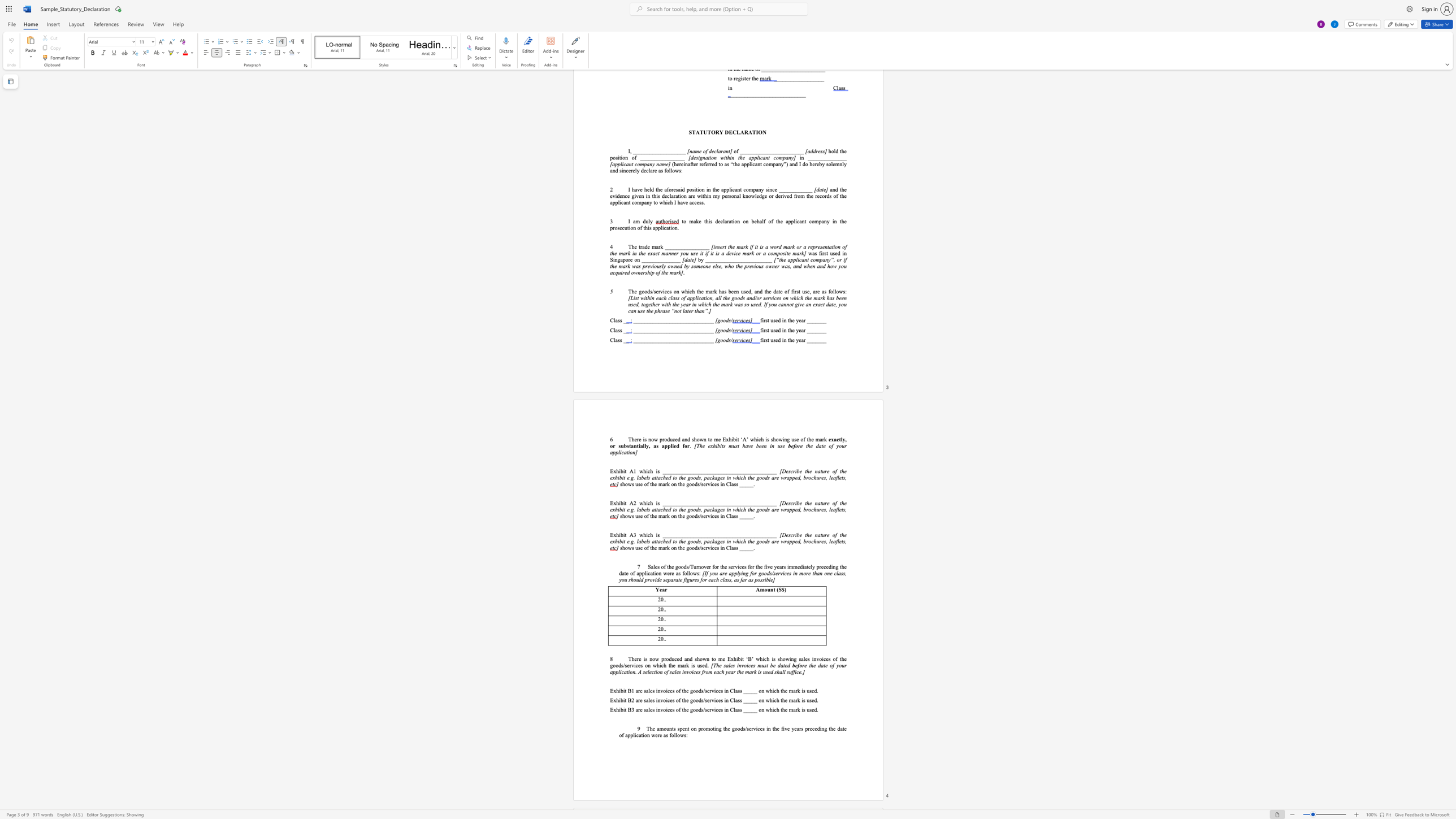  Describe the element at coordinates (799, 503) in the screenshot. I see `the subset text "e the na" within the text "[Describe the nature of the exhibit"` at that location.